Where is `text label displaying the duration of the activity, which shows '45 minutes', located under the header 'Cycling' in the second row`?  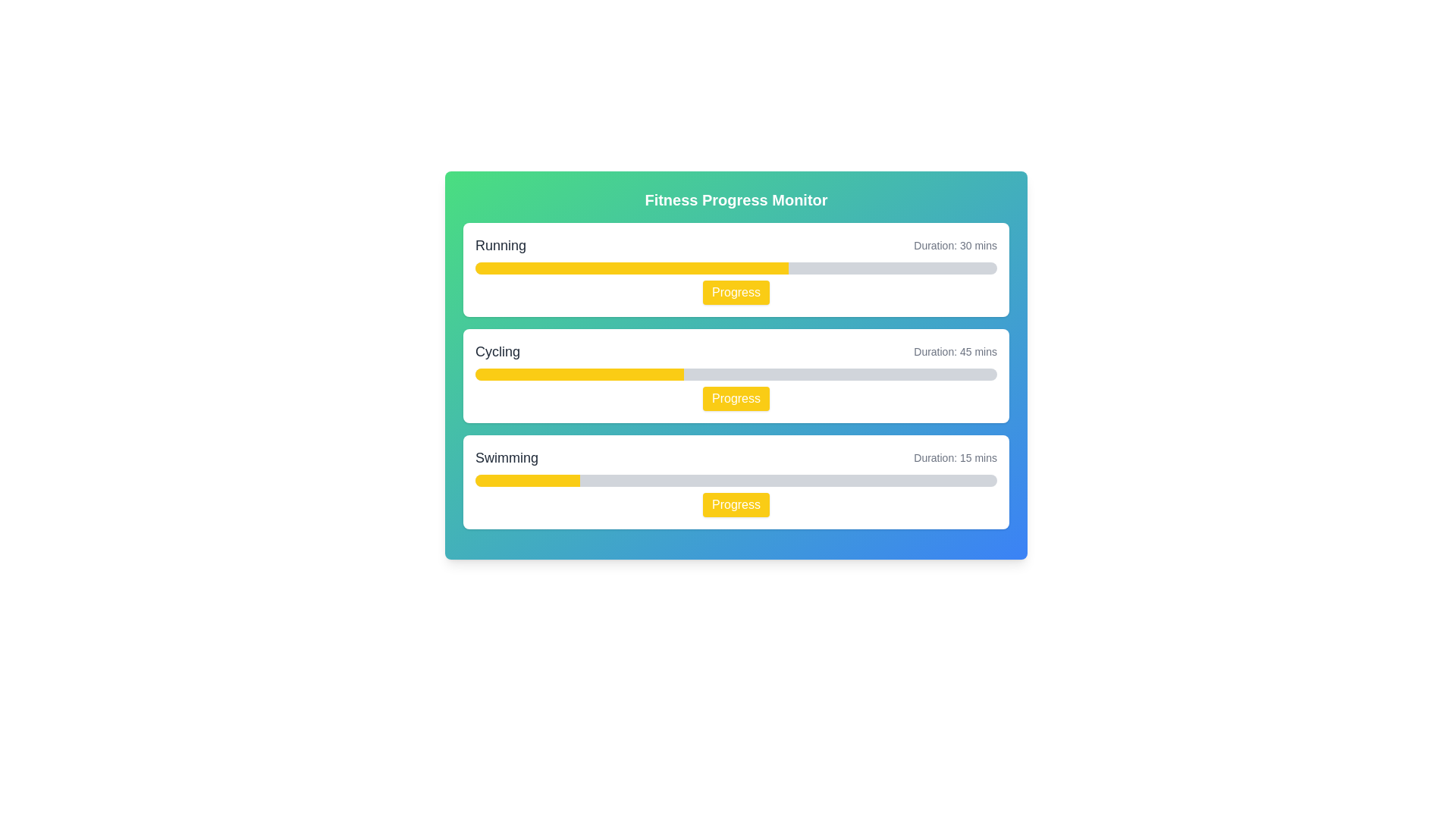
text label displaying the duration of the activity, which shows '45 minutes', located under the header 'Cycling' in the second row is located at coordinates (955, 351).